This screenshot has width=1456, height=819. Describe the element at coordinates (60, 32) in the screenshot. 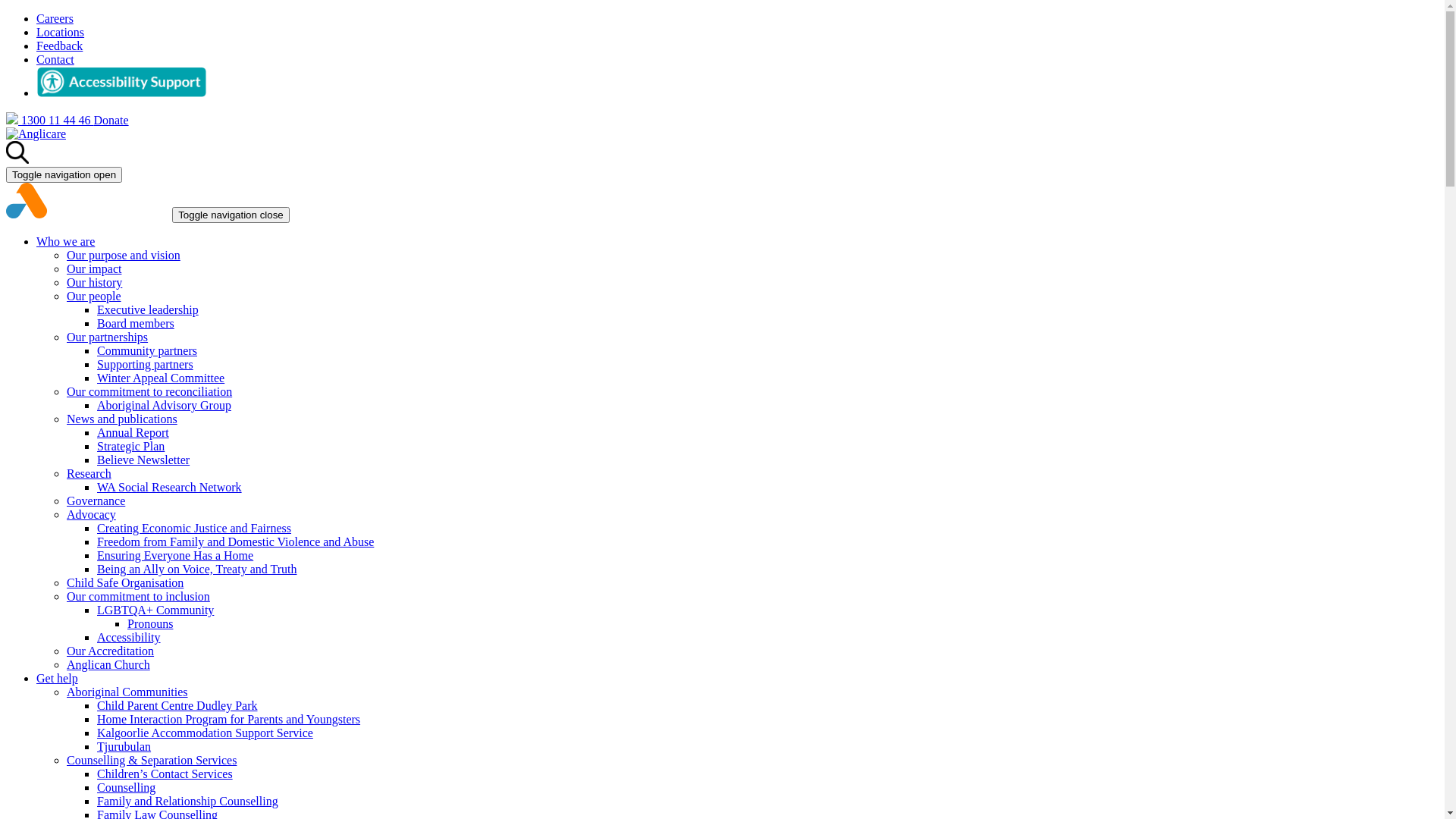

I see `'Locations'` at that location.